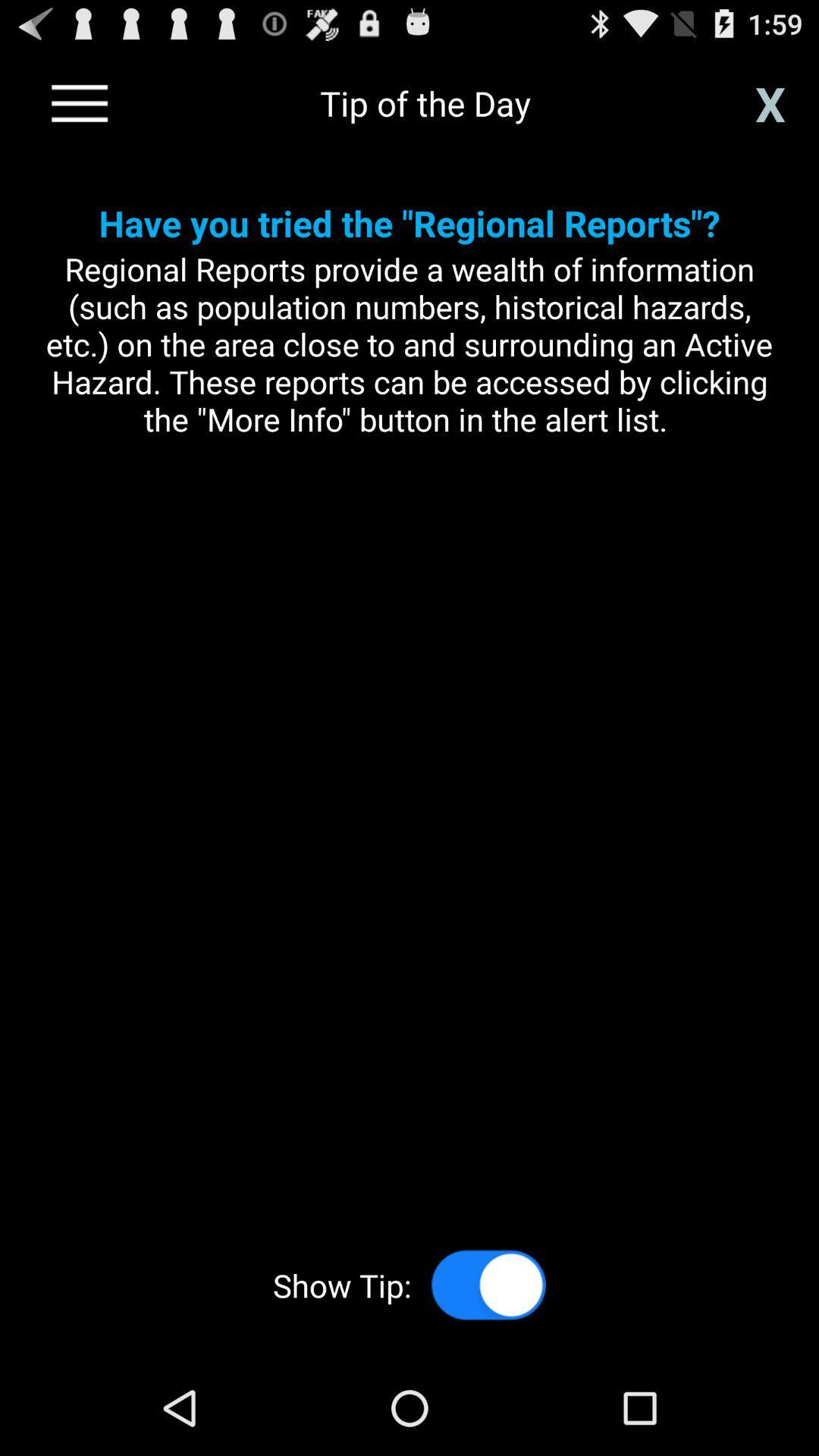 The image size is (819, 1456). What do you see at coordinates (80, 102) in the screenshot?
I see `see the menu` at bounding box center [80, 102].